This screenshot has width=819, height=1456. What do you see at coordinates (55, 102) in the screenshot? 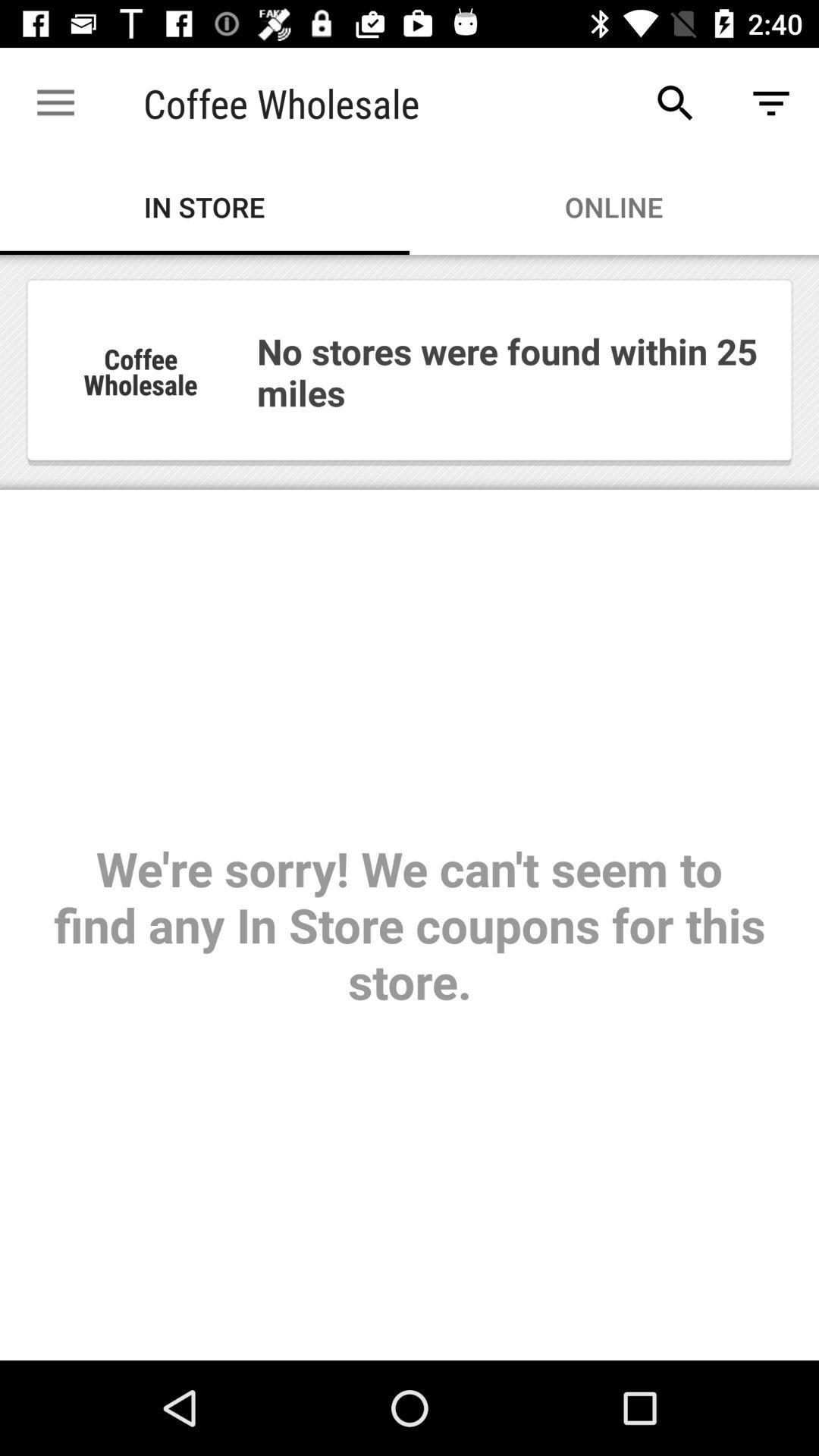
I see `icon to the left of coffee wholesale app` at bounding box center [55, 102].